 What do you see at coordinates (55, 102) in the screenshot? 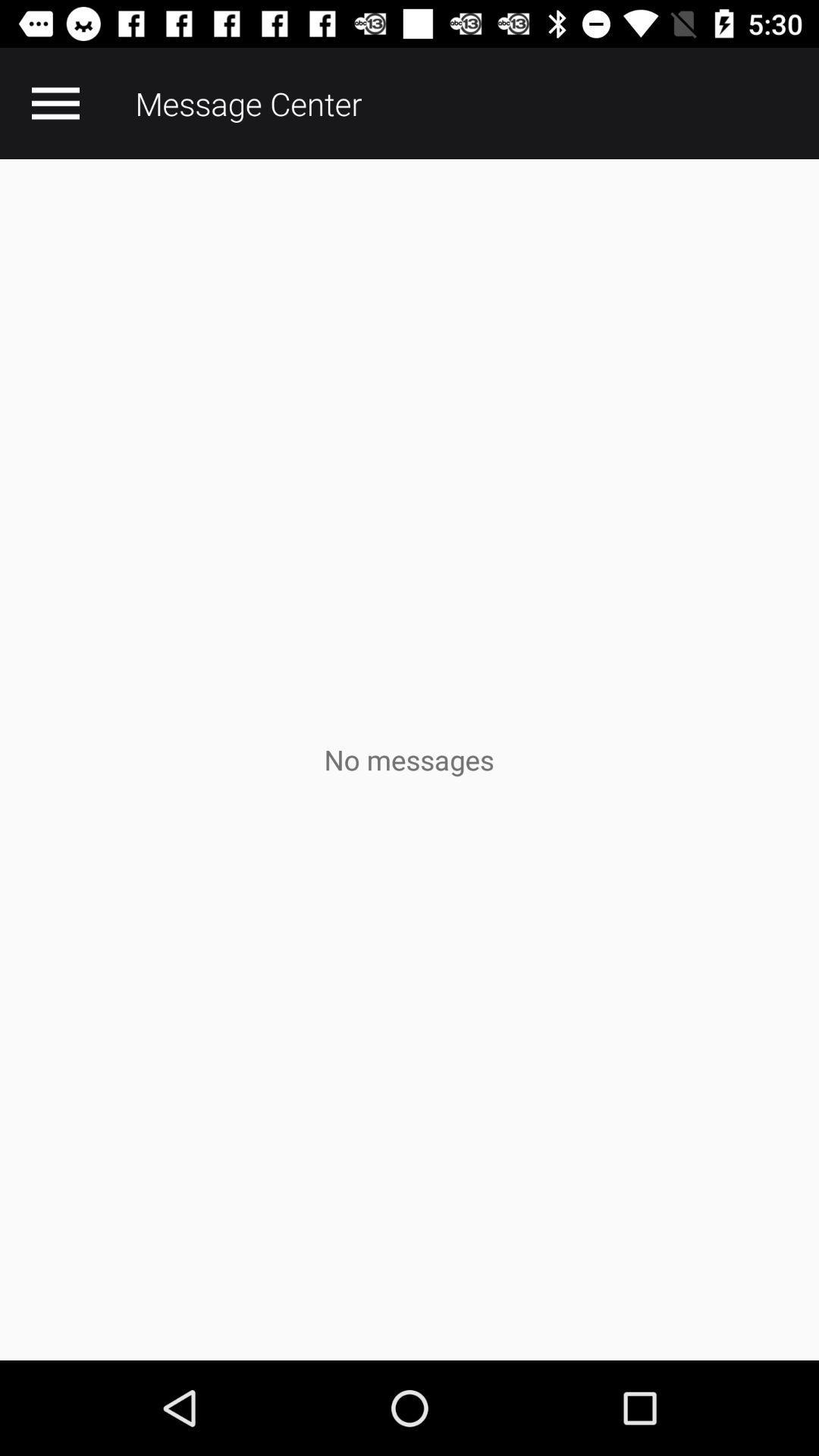
I see `open menu` at bounding box center [55, 102].